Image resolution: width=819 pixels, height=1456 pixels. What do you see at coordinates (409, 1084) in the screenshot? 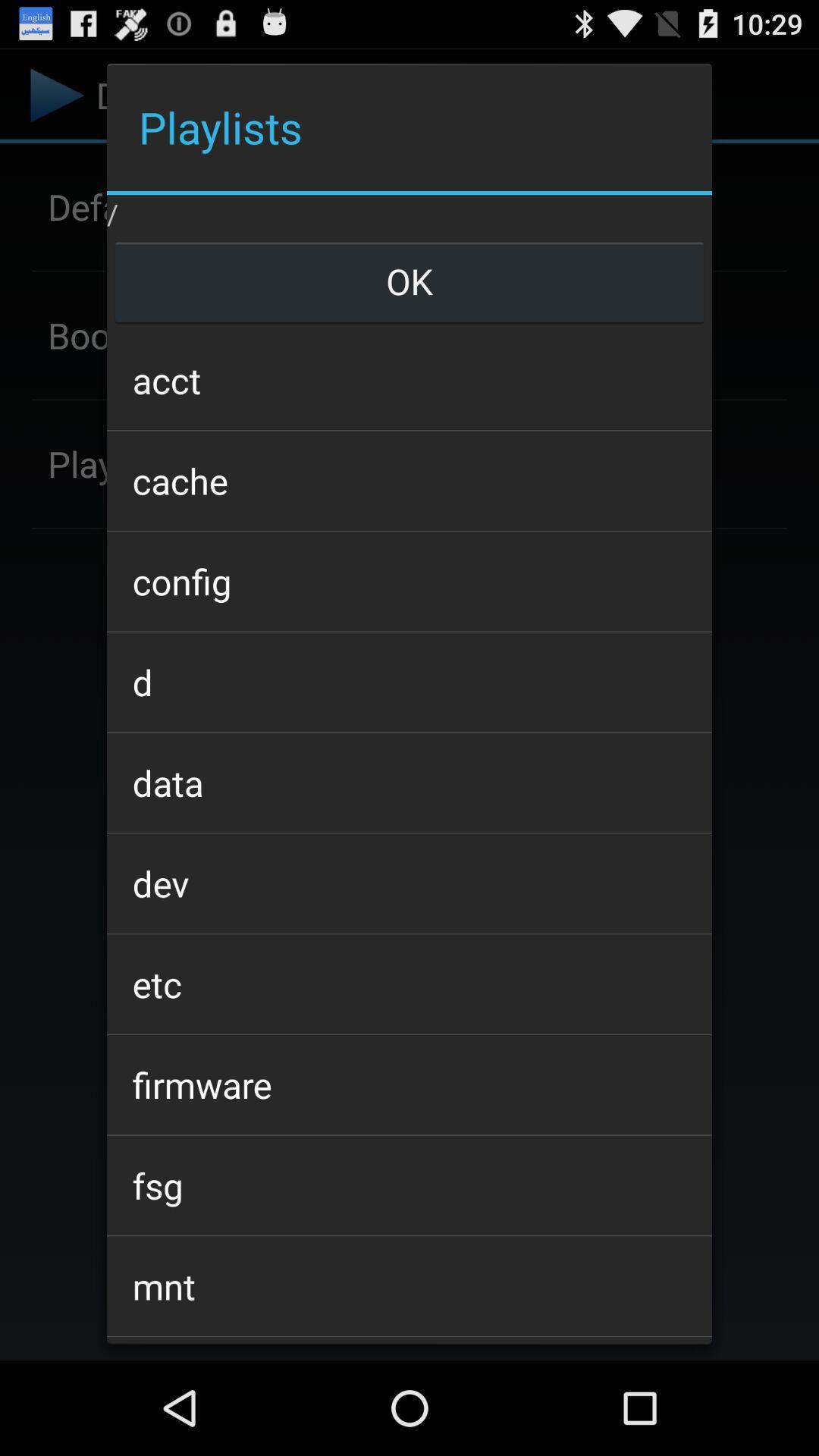
I see `app above fsg item` at bounding box center [409, 1084].